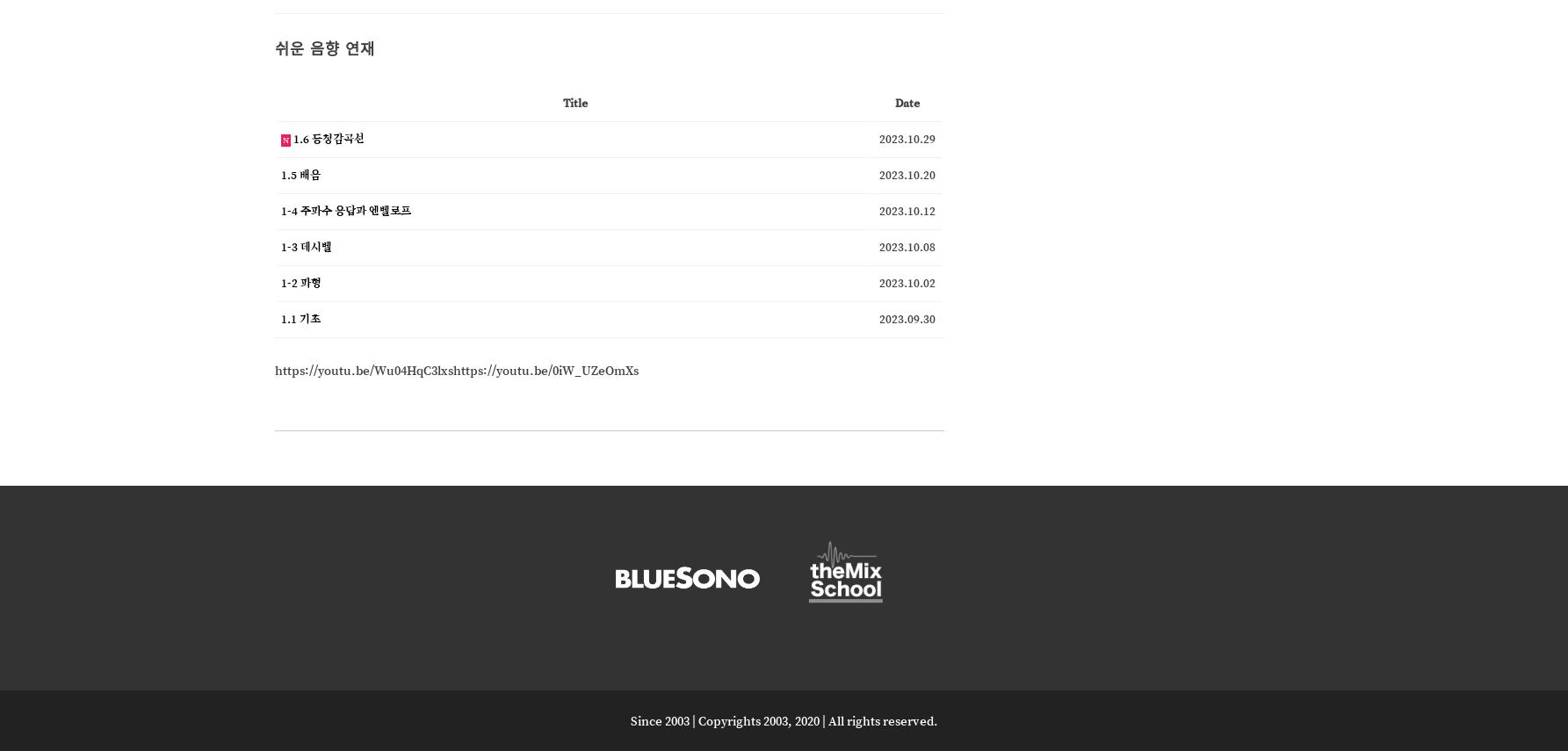 The height and width of the screenshot is (751, 1568). I want to click on '2023.10.29', so click(877, 137).